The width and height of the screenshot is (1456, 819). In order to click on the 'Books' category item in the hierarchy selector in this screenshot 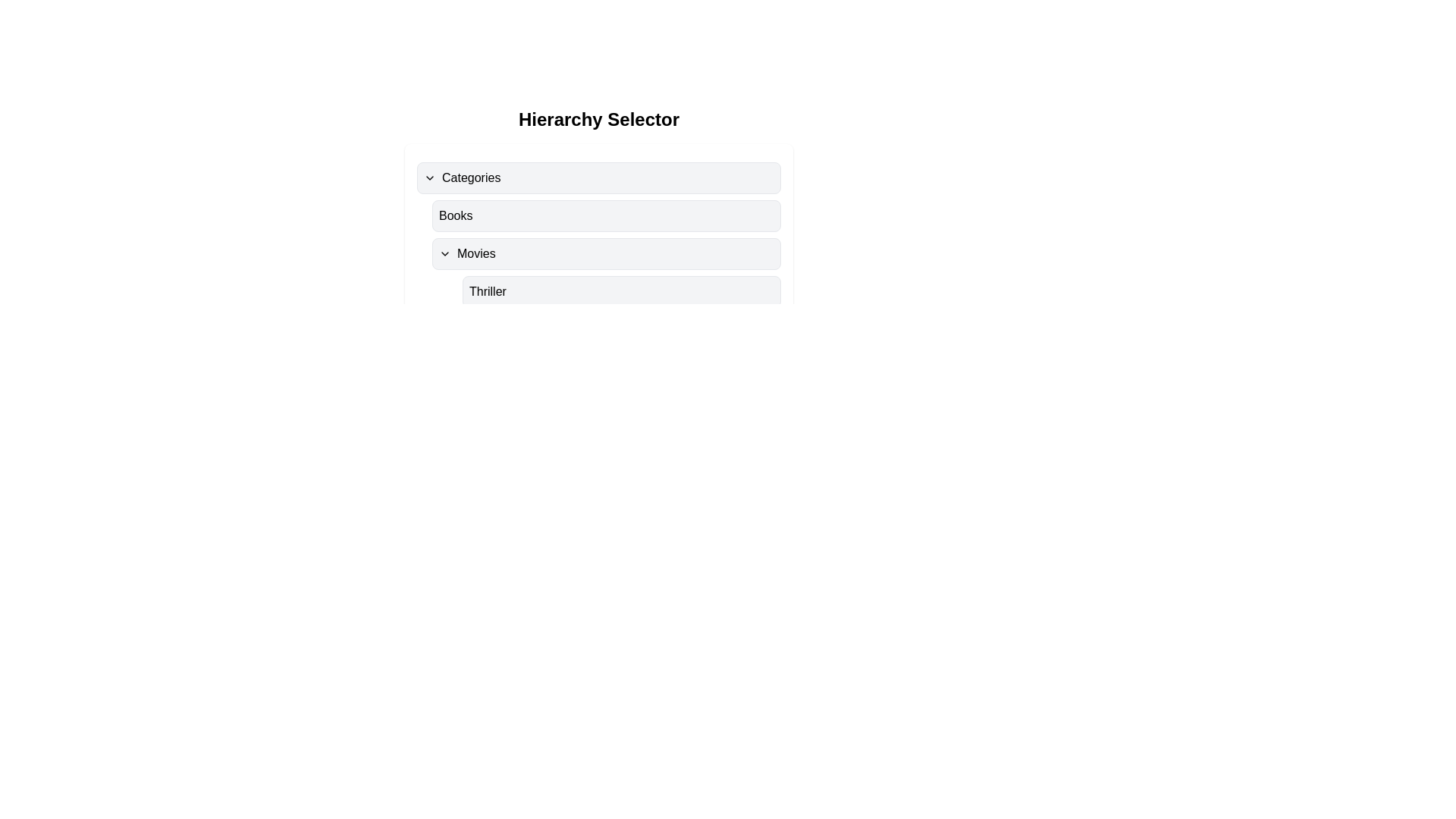, I will do `click(598, 234)`.